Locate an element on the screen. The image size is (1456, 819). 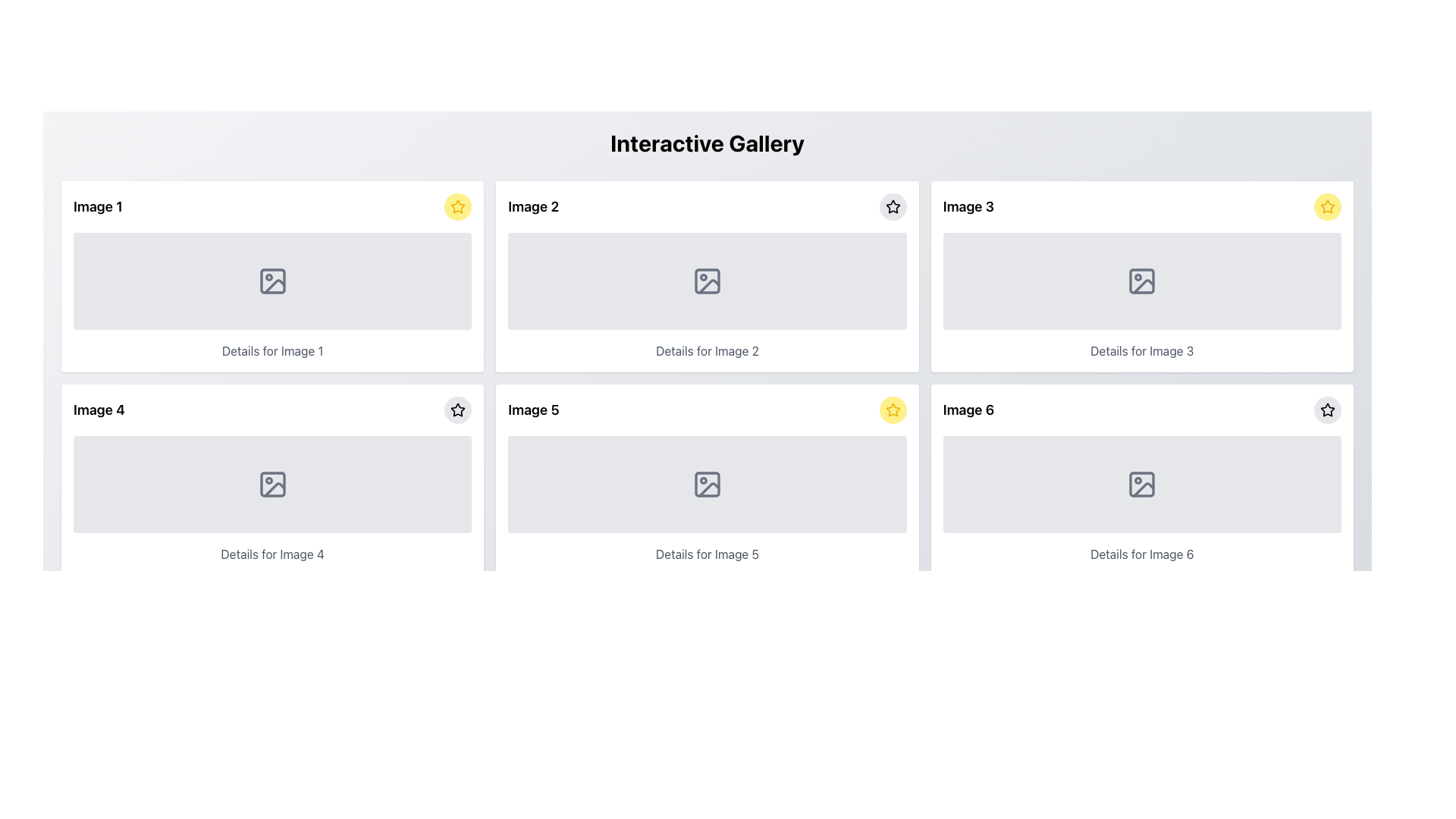
the text label reading 'Details for Image 3', which is centrally aligned below the image placeholder in the lower section of its card is located at coordinates (1142, 350).